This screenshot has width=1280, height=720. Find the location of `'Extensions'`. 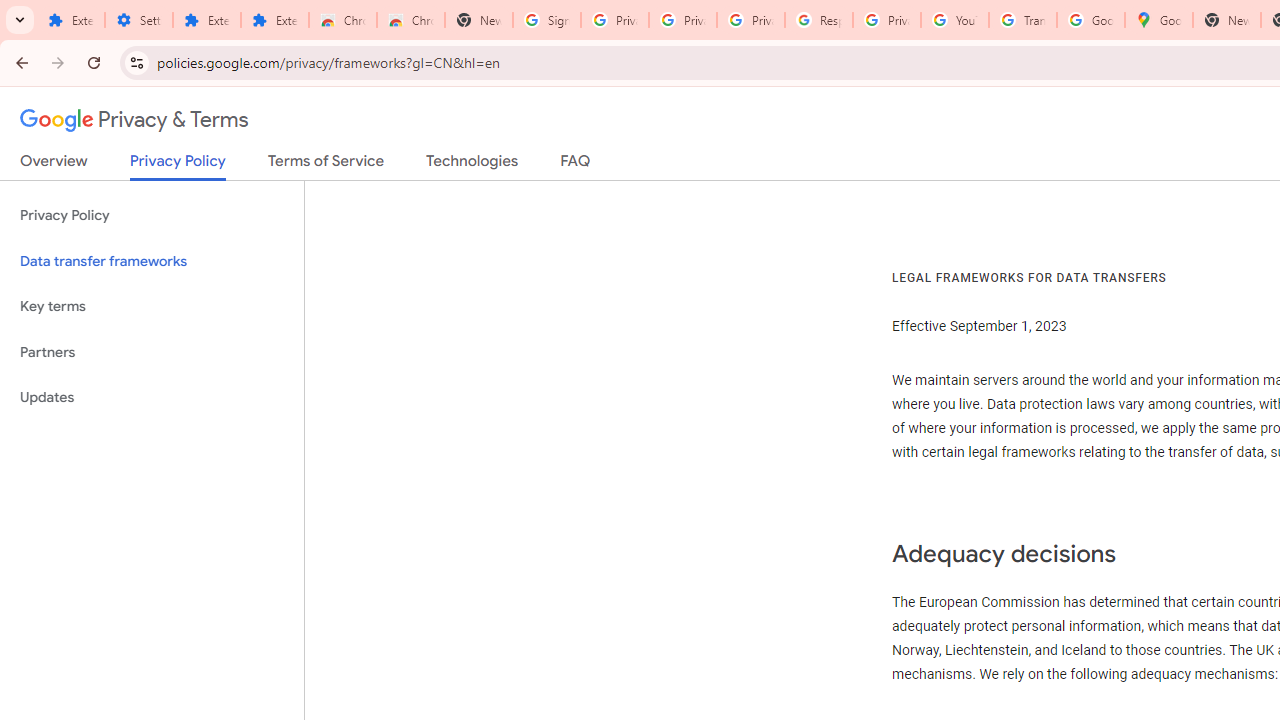

'Extensions' is located at coordinates (206, 20).